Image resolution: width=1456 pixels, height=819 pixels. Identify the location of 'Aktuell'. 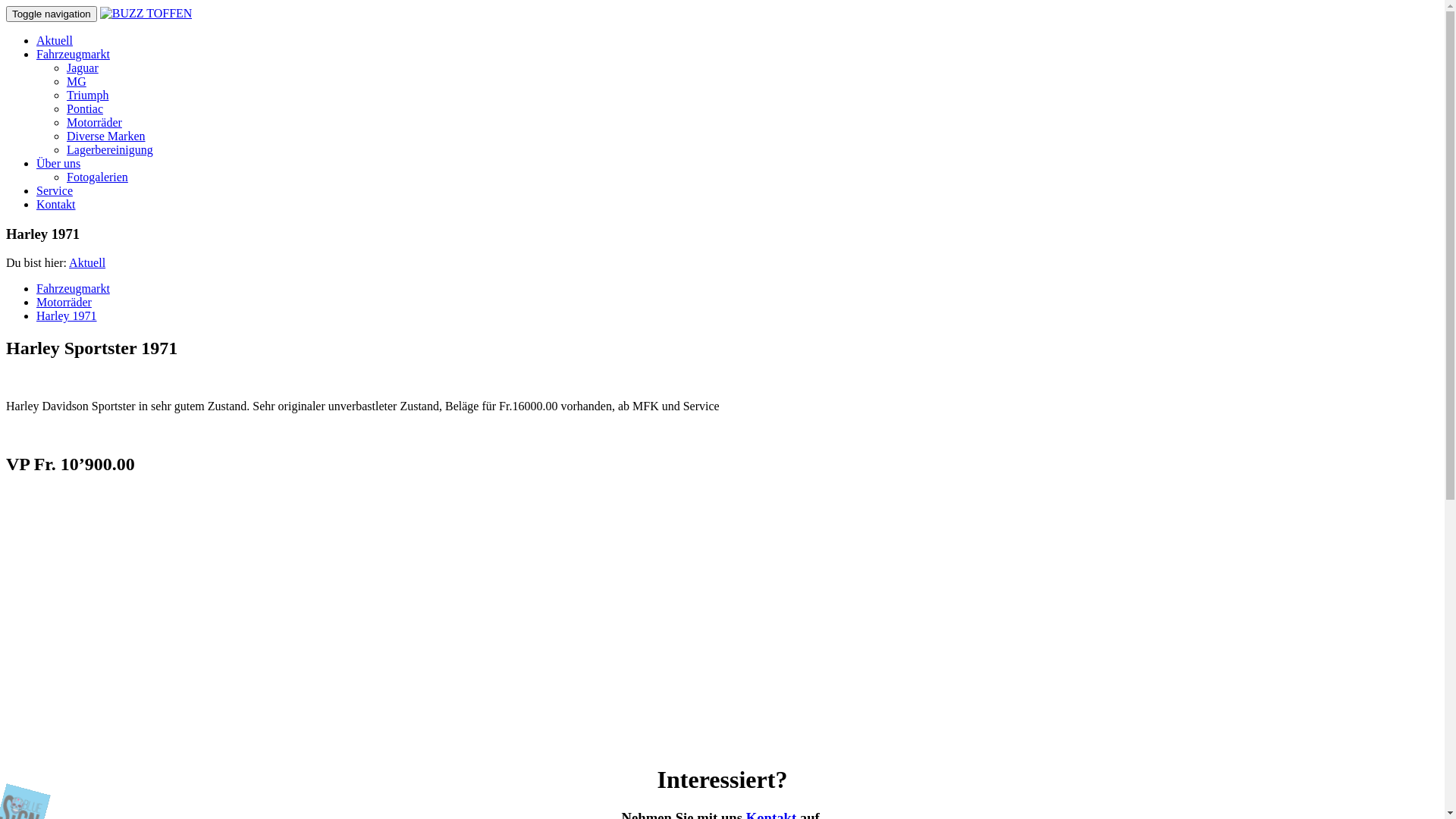
(86, 262).